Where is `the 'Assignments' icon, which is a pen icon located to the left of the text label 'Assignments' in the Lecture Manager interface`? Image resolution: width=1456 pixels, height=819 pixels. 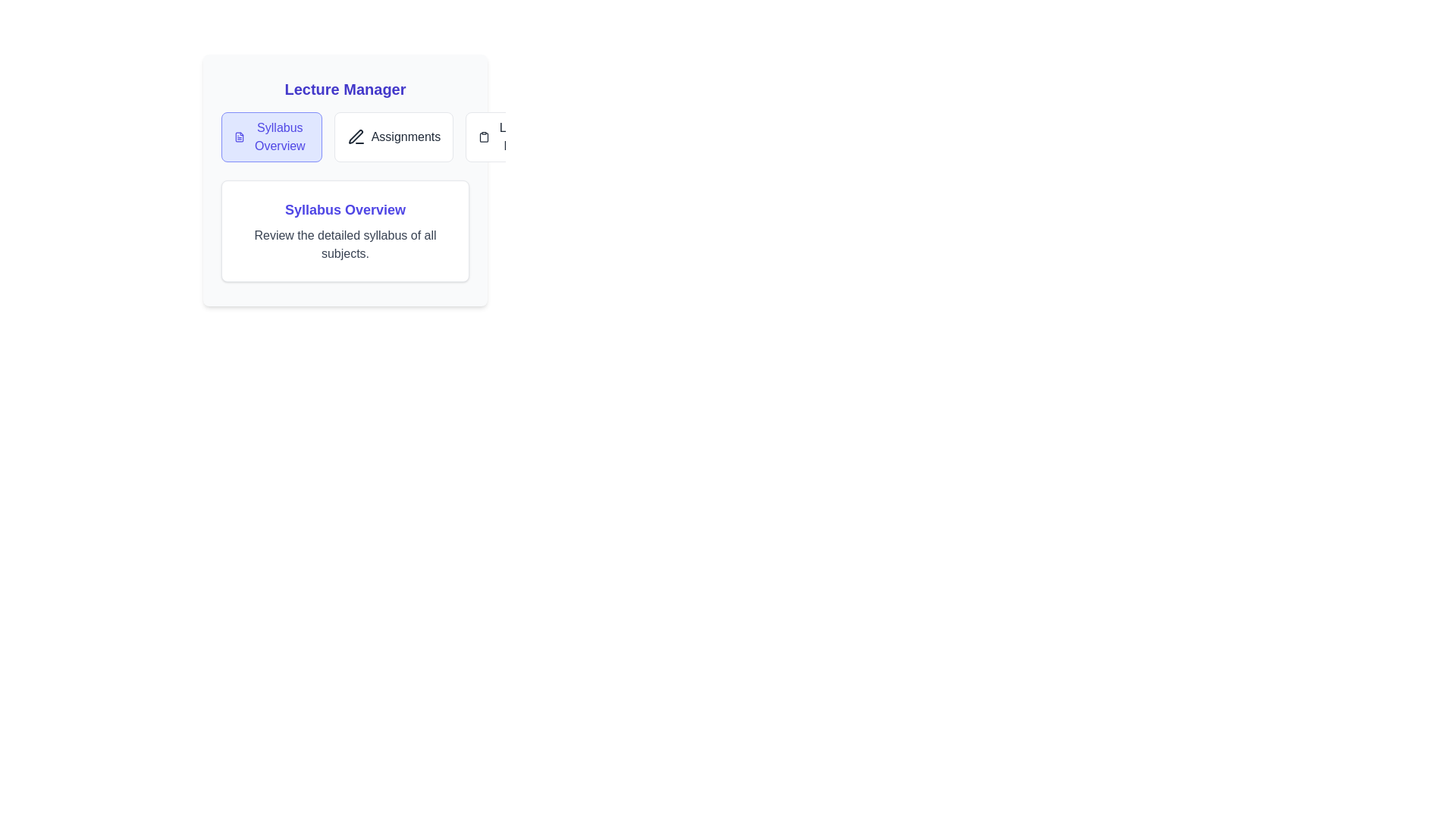
the 'Assignments' icon, which is a pen icon located to the left of the text label 'Assignments' in the Lecture Manager interface is located at coordinates (355, 137).